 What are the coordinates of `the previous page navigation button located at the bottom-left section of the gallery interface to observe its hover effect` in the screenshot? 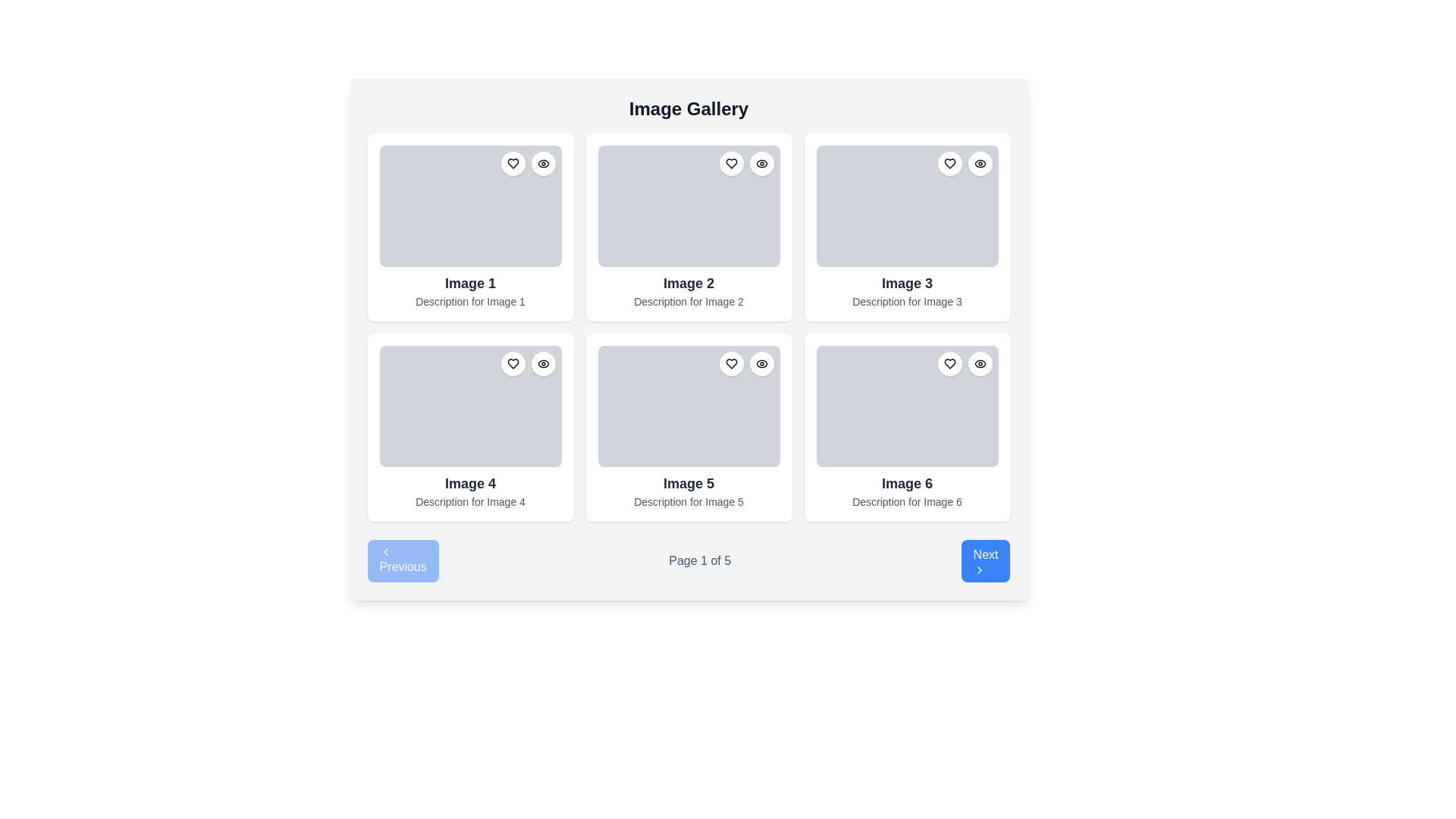 It's located at (403, 561).